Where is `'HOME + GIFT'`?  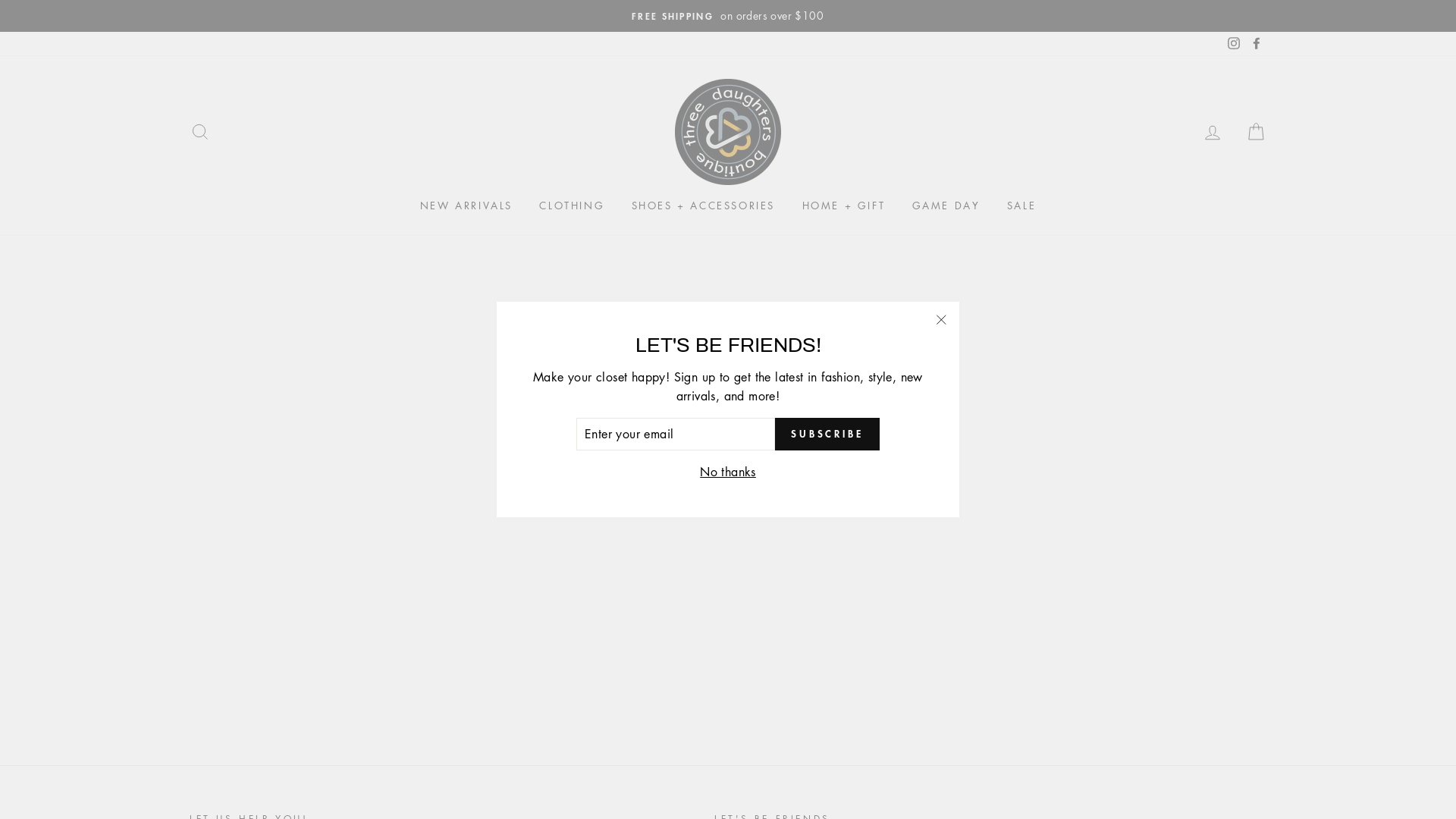 'HOME + GIFT' is located at coordinates (789, 206).